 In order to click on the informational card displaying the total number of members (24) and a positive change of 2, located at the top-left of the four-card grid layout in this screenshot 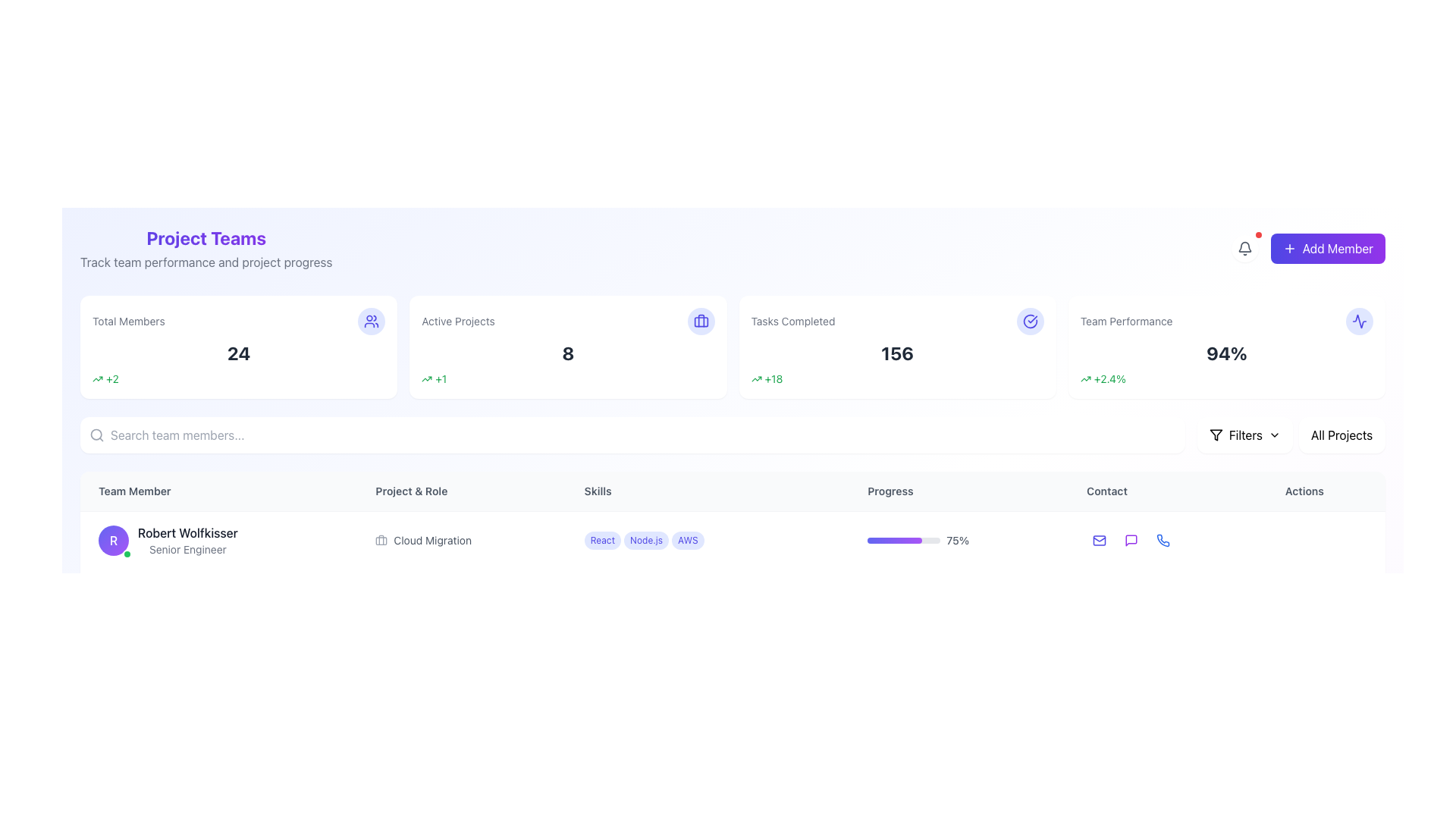, I will do `click(238, 347)`.